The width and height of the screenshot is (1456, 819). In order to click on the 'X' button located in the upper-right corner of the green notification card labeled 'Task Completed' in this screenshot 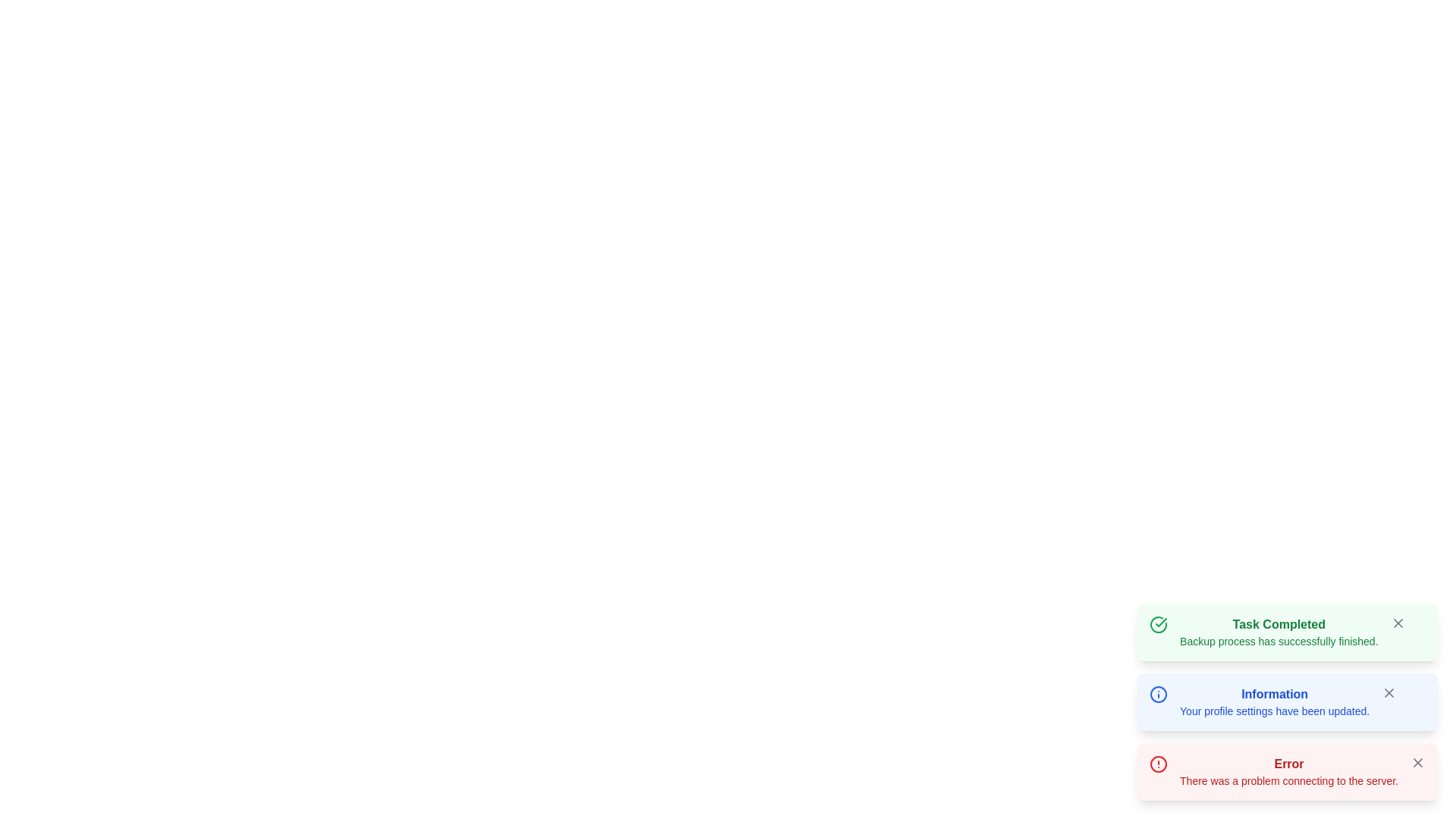, I will do `click(1397, 623)`.